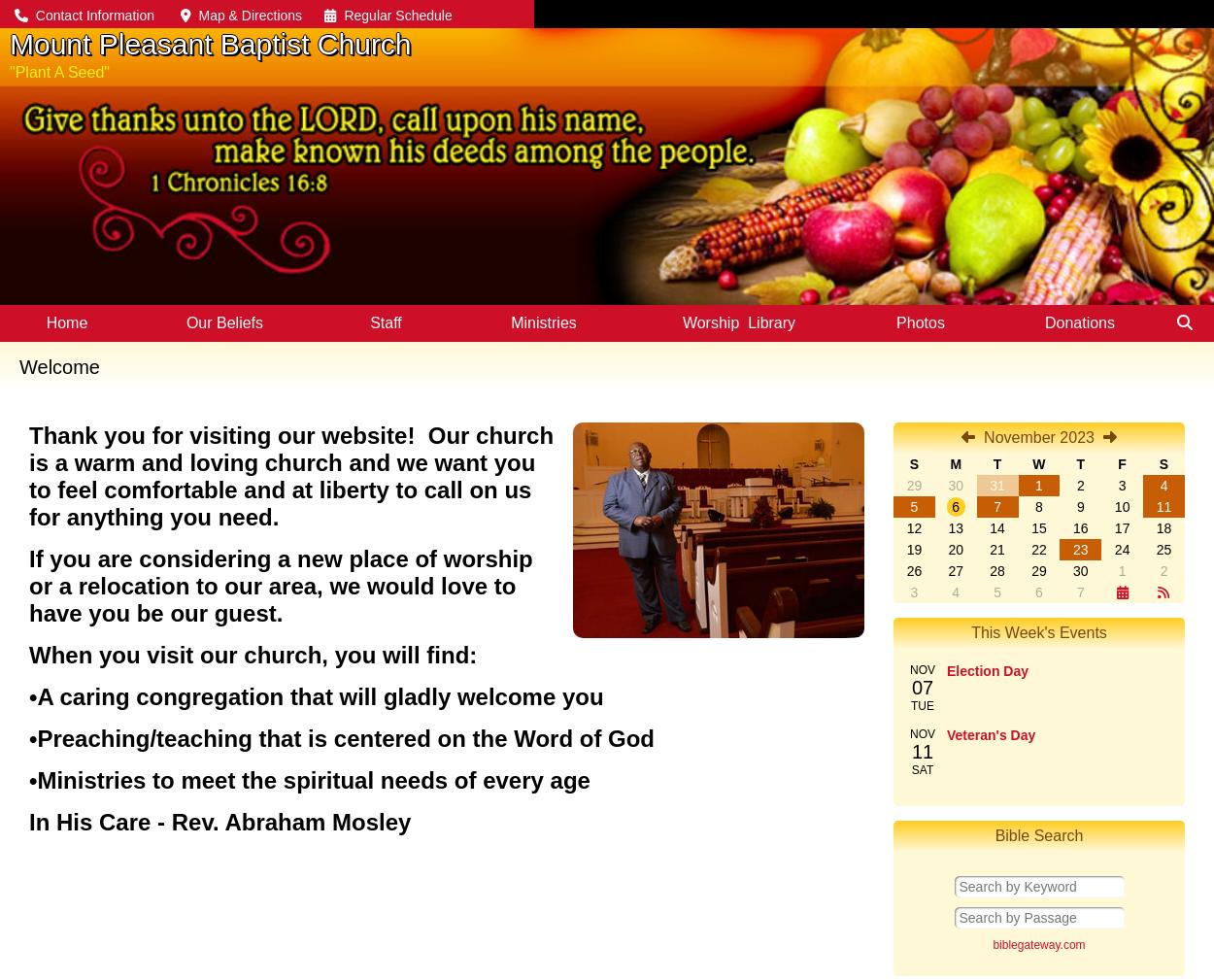 The height and width of the screenshot is (980, 1214). Describe the element at coordinates (10, 43) in the screenshot. I see `'Mount Pleasant Baptist Church'` at that location.